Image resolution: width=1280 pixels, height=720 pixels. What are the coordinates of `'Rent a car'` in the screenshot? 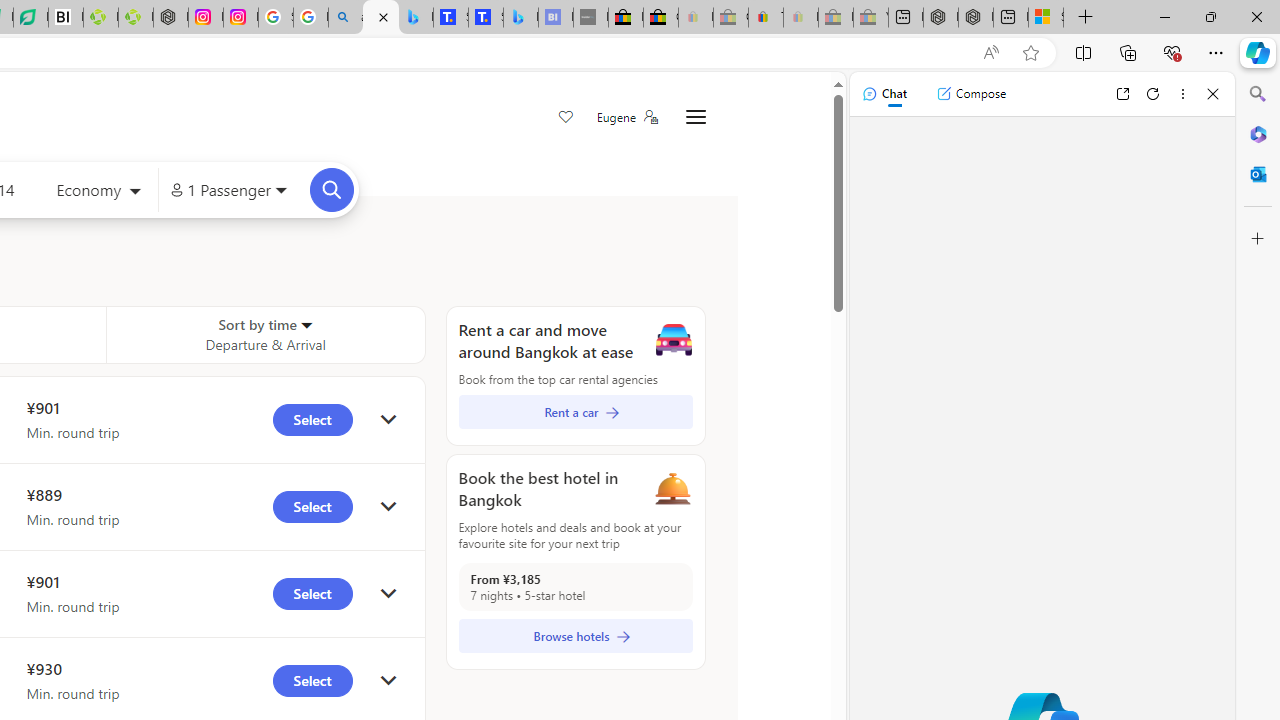 It's located at (574, 411).